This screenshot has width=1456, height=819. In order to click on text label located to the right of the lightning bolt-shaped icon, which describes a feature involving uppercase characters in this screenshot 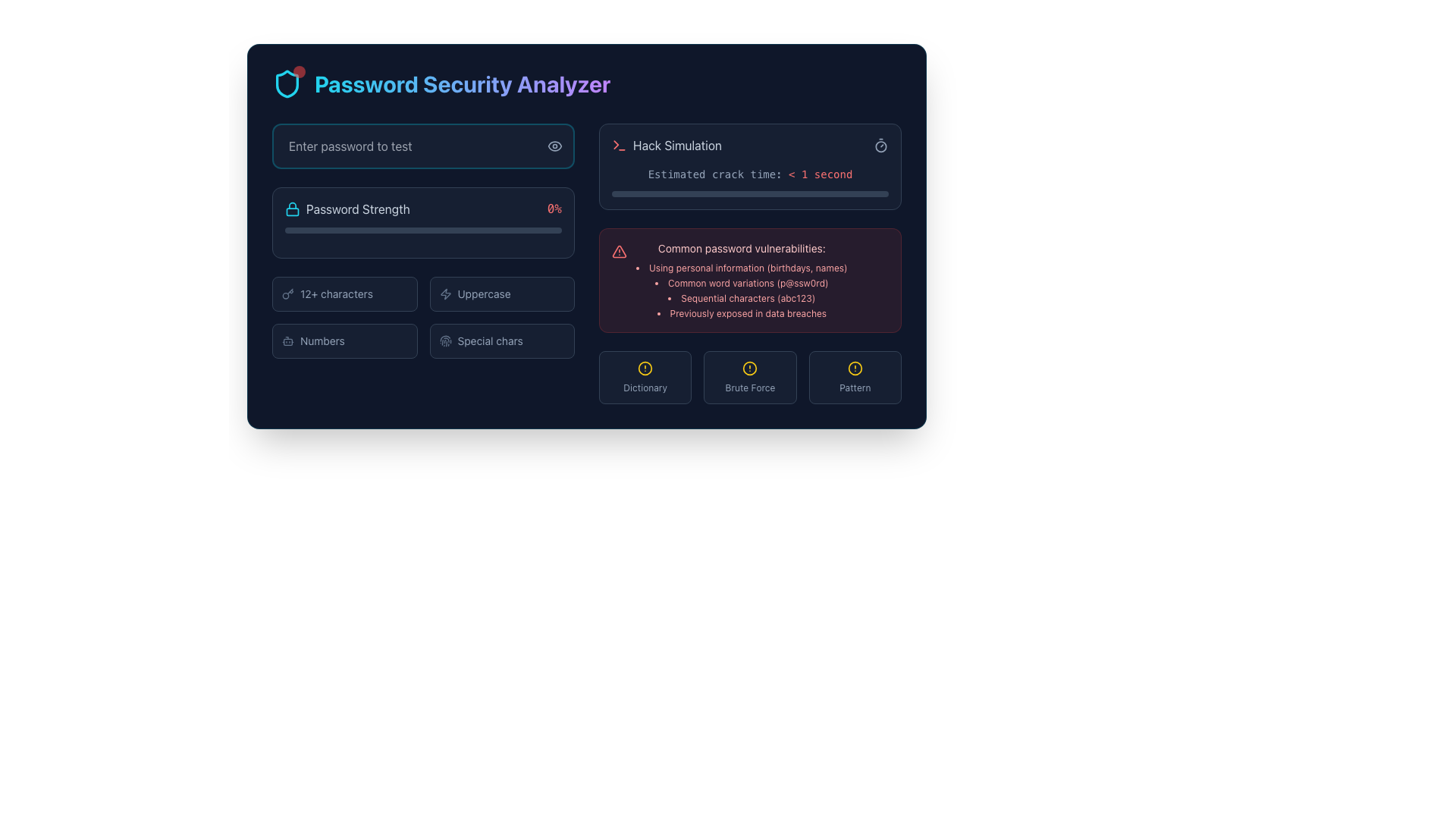, I will do `click(483, 294)`.